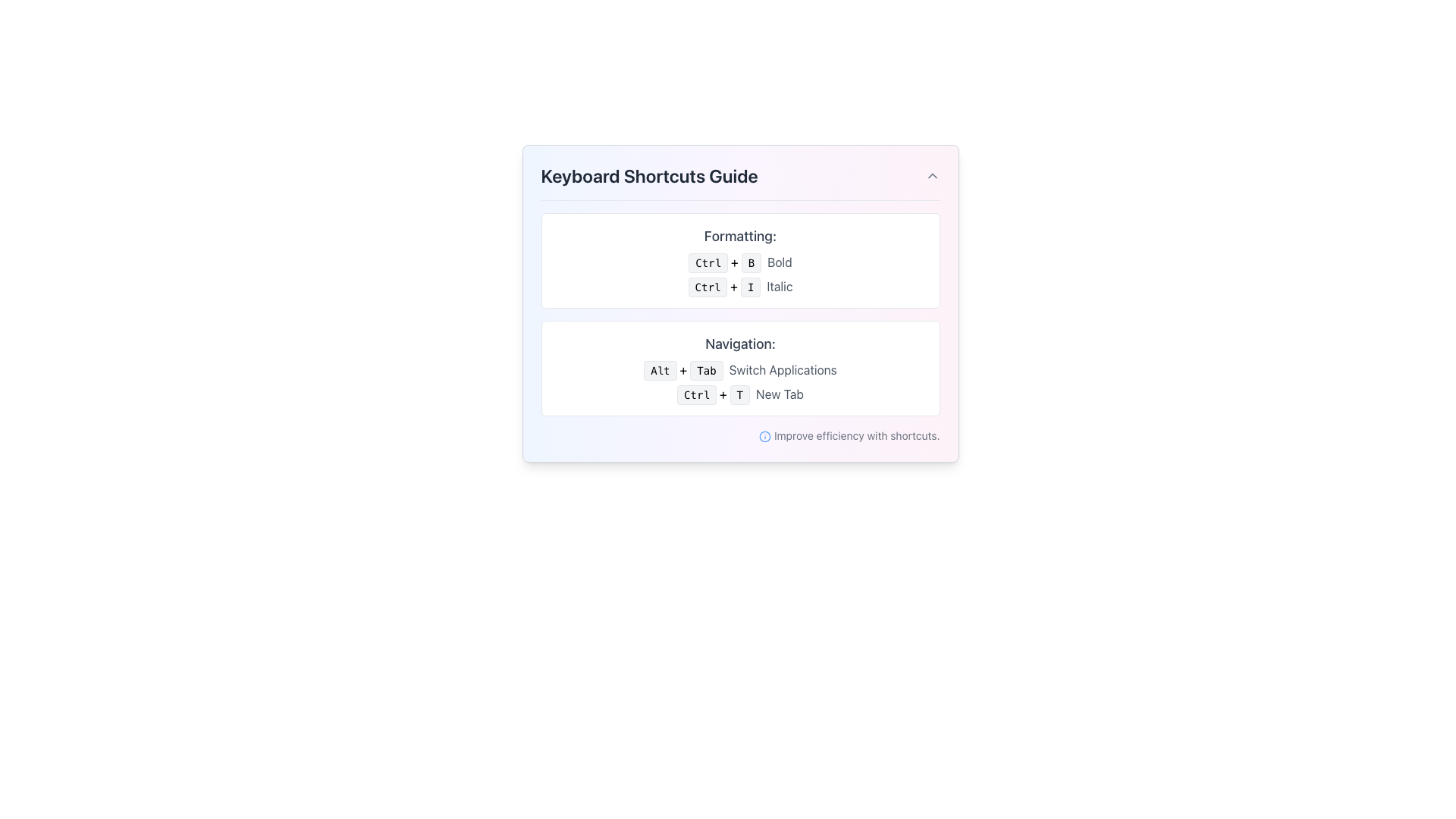  I want to click on the text label displaying 'Bold', which is styled in light gray and is the last component in the 'Ctrl+B Bold' keyboard shortcut explanation, so click(780, 262).